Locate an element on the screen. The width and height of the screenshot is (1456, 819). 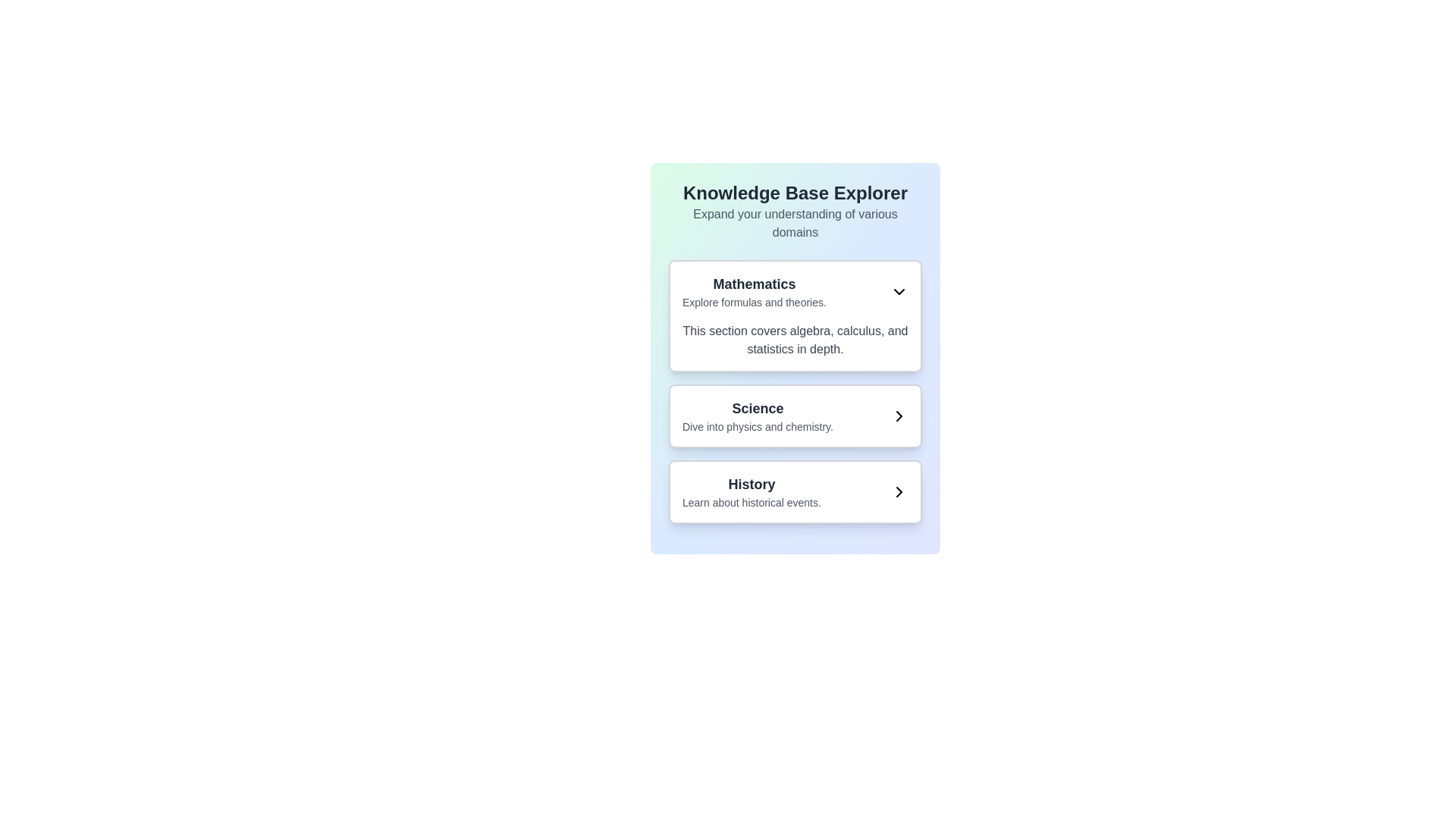
the 'Mathematics' text label, which is bold, larger-sized, and dark gray, located in the topmost card under 'Knowledge Base Explorer' is located at coordinates (754, 284).